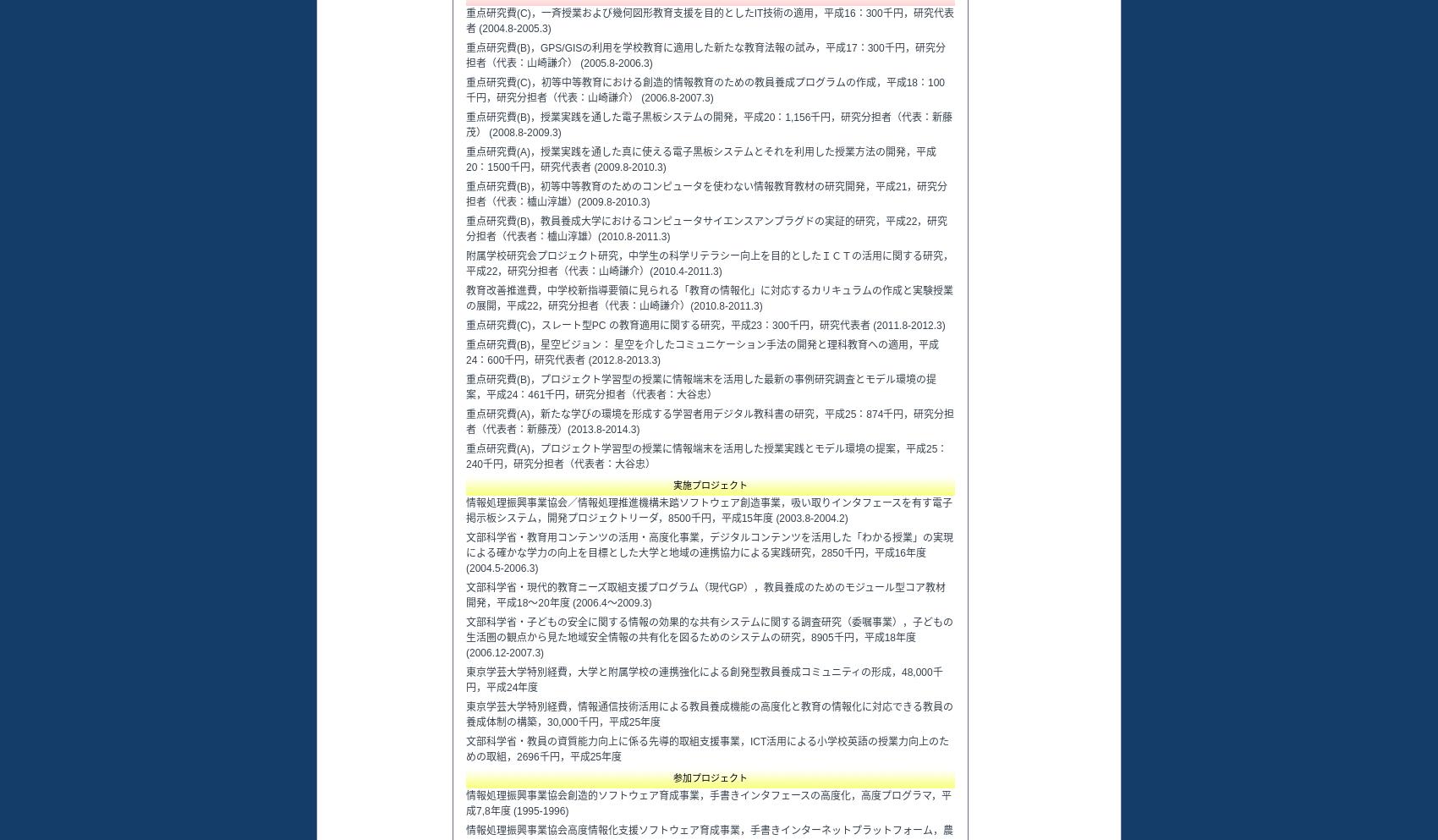 The image size is (1438, 840). Describe the element at coordinates (705, 455) in the screenshot. I see `'重点研究費(A)，プロジェクト学習型の授業に情報端末を活用した授業実践とモデル環境の提案，平成25：240千円，研究分担者（代表者：大谷忠）'` at that location.